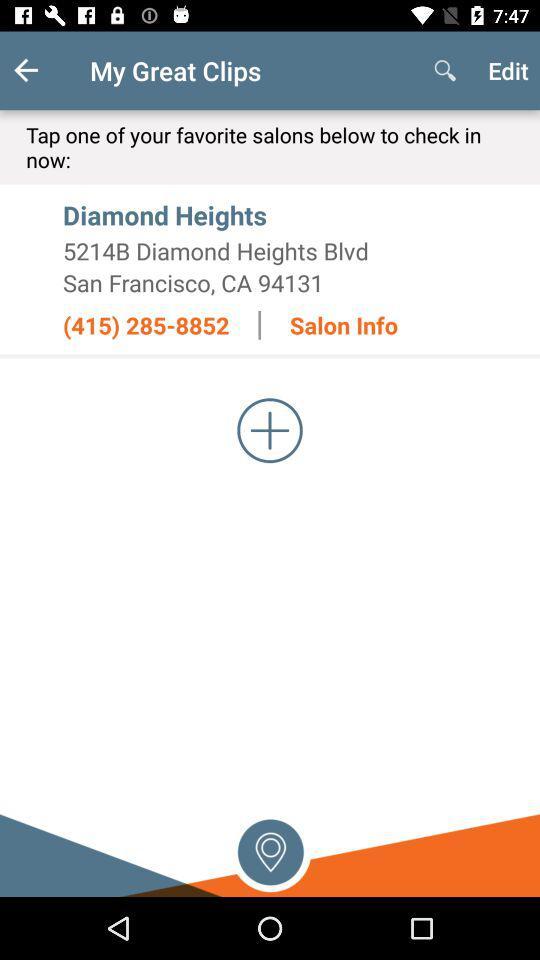 This screenshot has height=960, width=540. What do you see at coordinates (270, 849) in the screenshot?
I see `pin location` at bounding box center [270, 849].